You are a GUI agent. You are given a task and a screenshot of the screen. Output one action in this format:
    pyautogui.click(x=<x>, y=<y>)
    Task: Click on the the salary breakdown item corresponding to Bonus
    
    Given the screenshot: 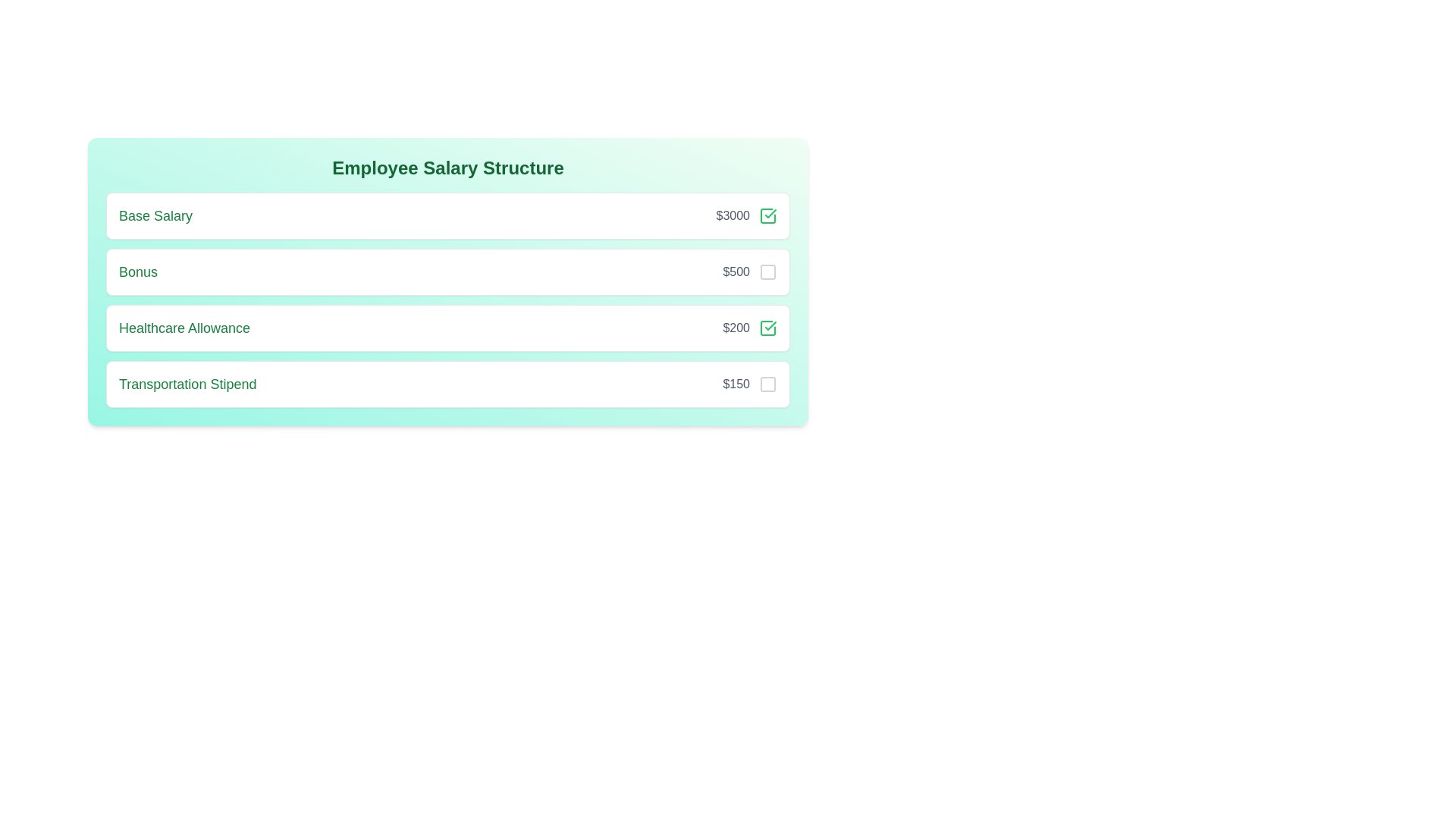 What is the action you would take?
    pyautogui.click(x=767, y=271)
    